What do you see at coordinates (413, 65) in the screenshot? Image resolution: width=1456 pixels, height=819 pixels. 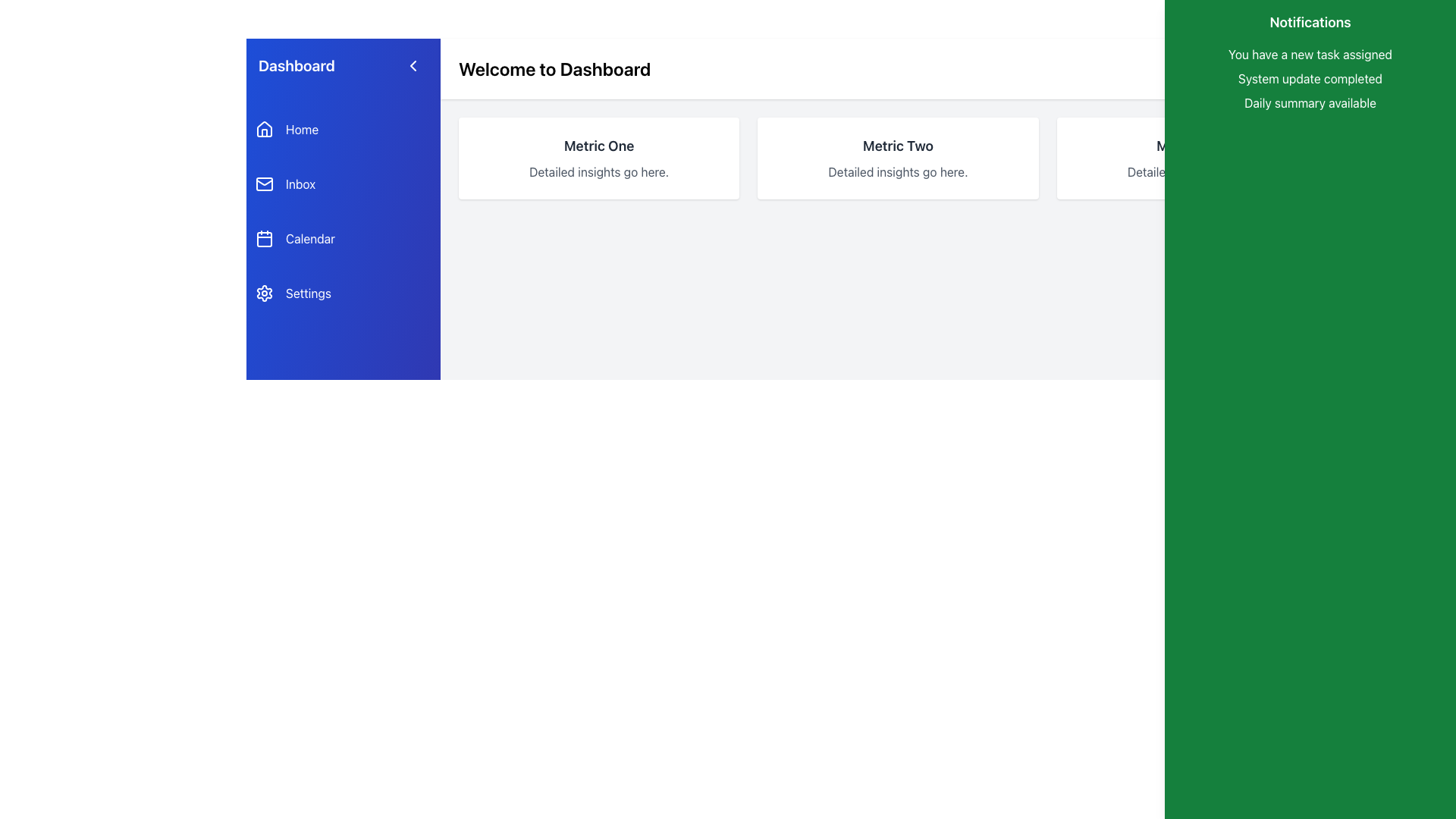 I see `the button located in the top-right corner of the left blue sidebar, next to the 'Dashboard' title` at bounding box center [413, 65].